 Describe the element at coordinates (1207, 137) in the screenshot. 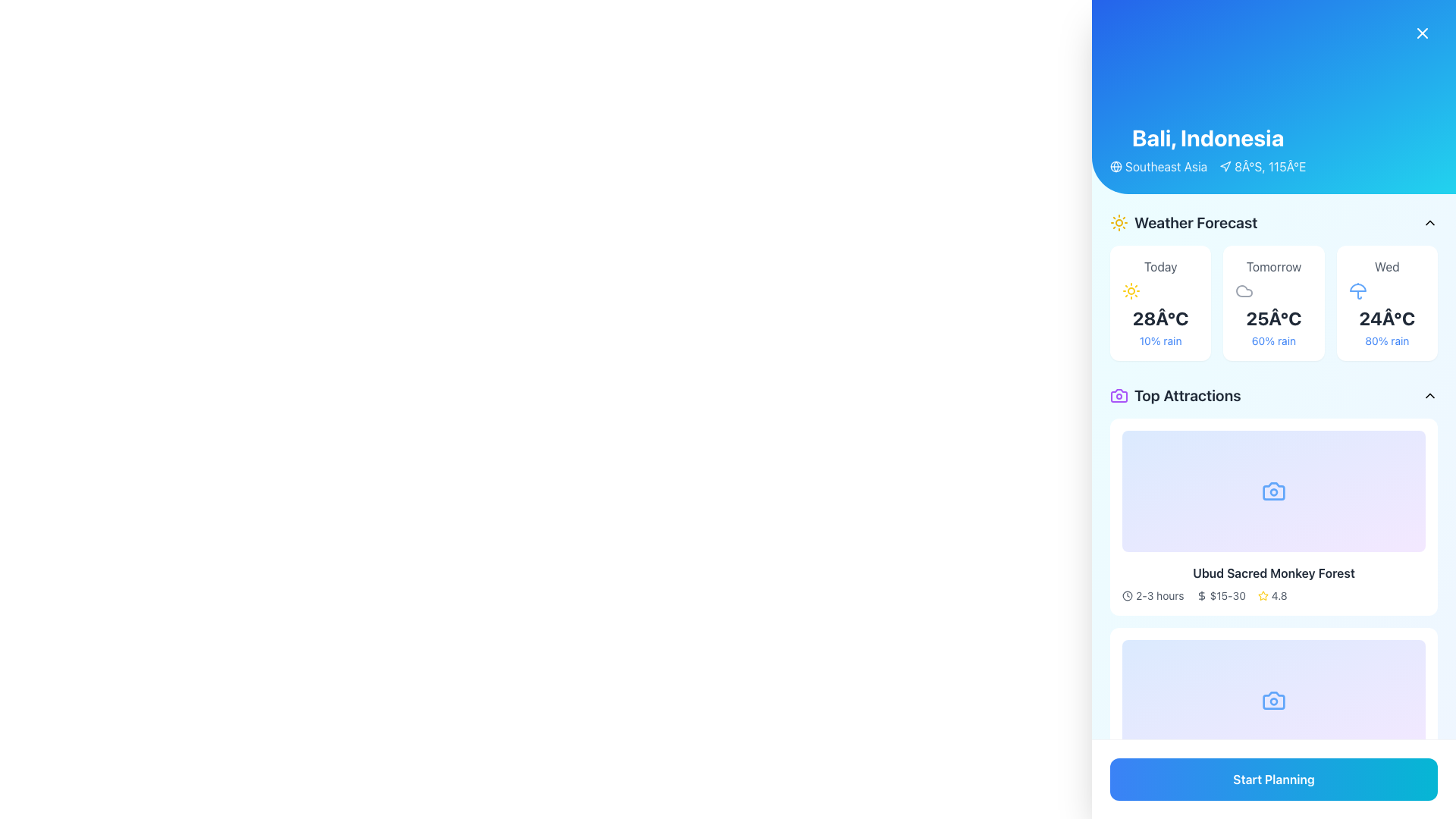

I see `displayed location name 'Bali, Indonesia' from the text element located at the top of the geographic and weather information section` at that location.